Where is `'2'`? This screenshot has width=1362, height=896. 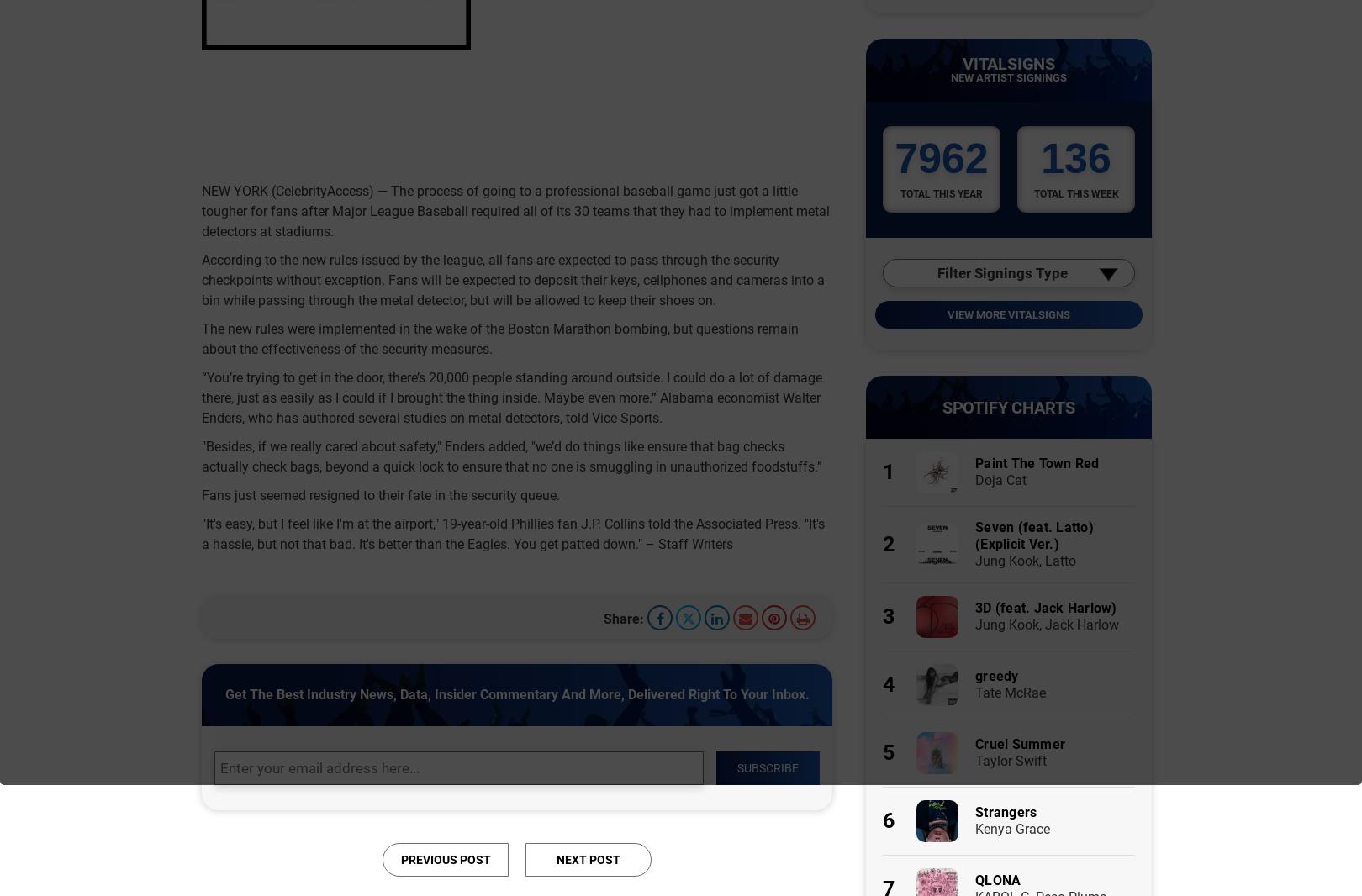 '2' is located at coordinates (888, 543).